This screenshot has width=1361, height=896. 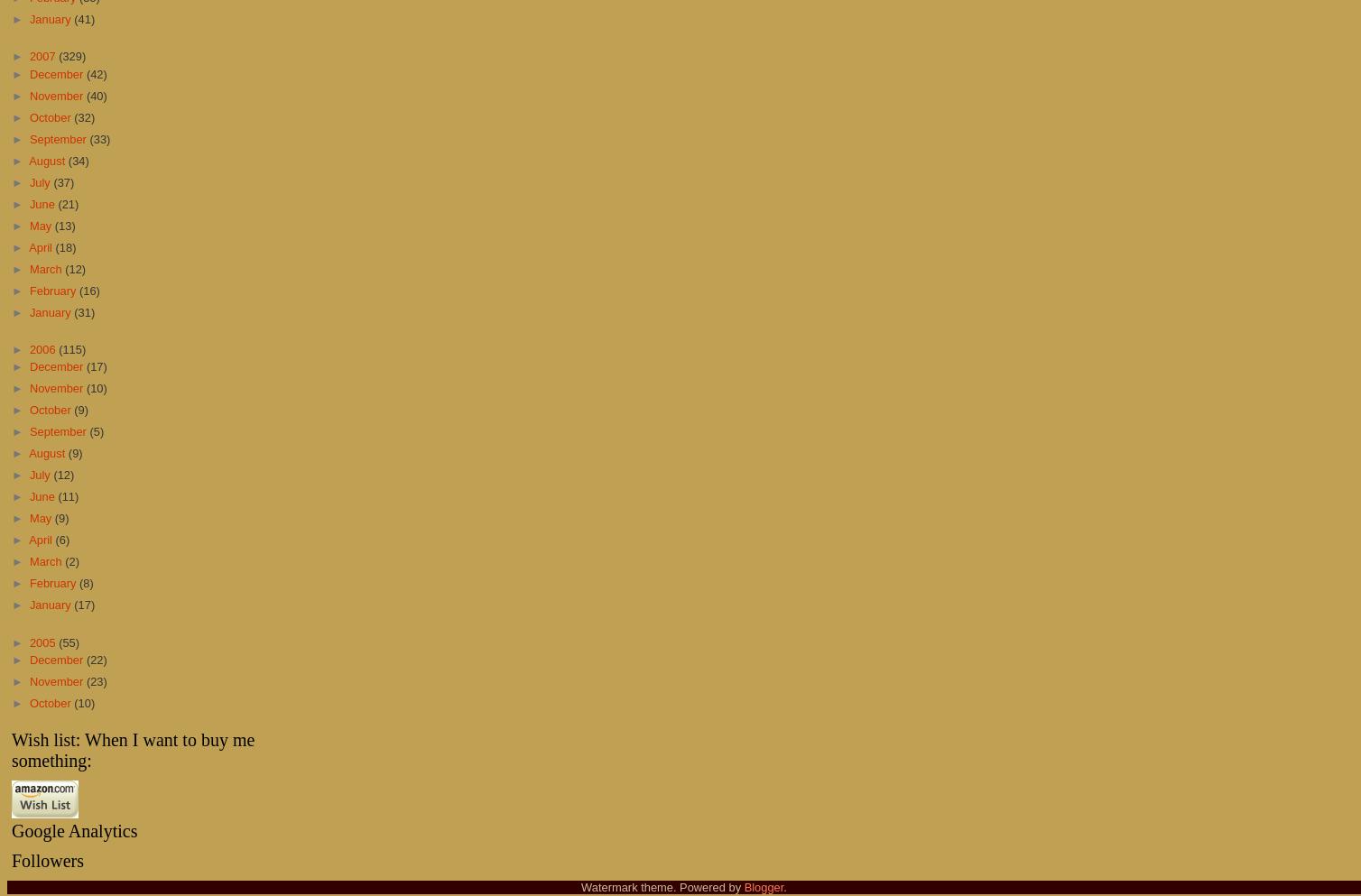 I want to click on '(34)', so click(x=78, y=159).